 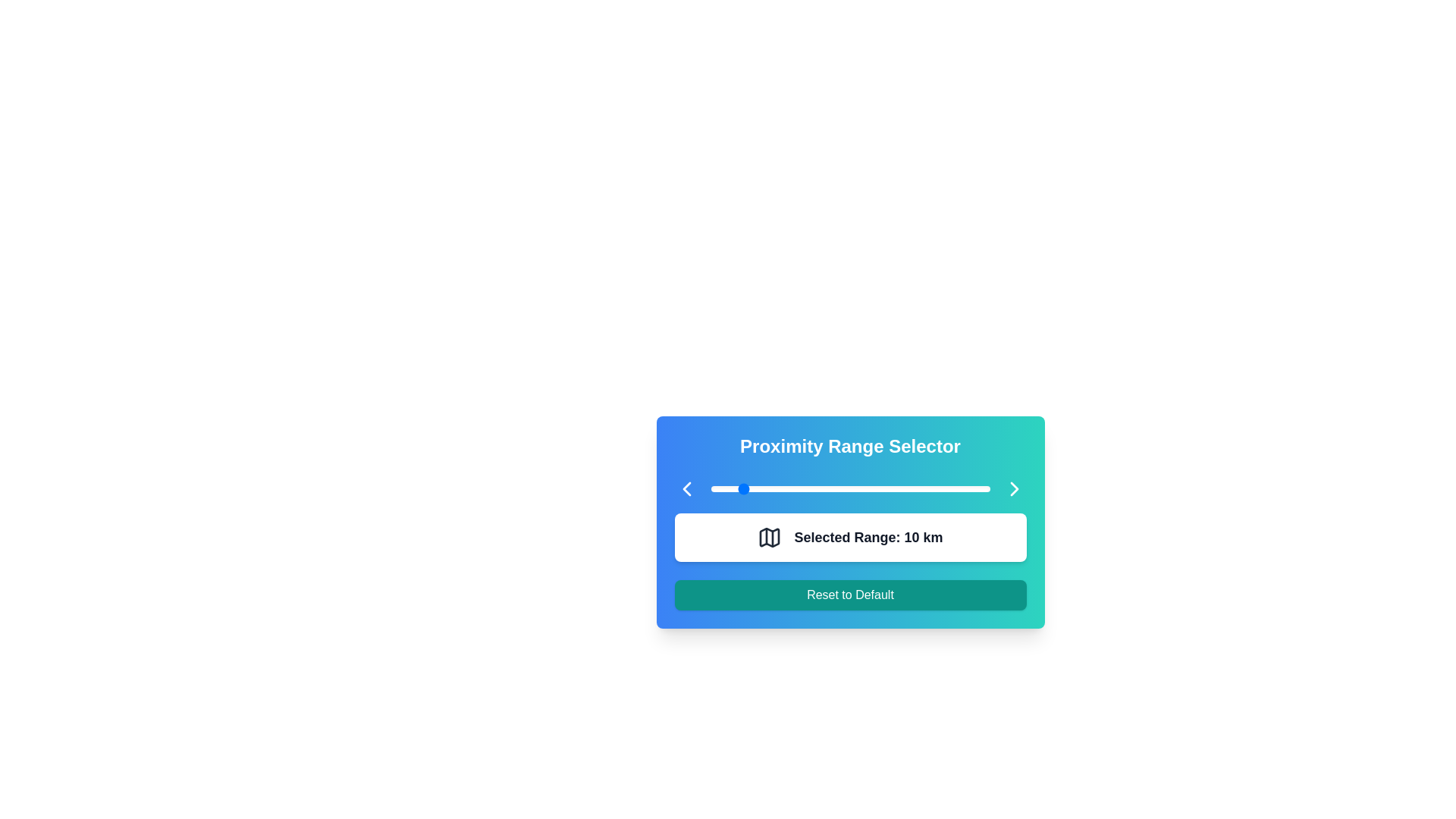 What do you see at coordinates (861, 488) in the screenshot?
I see `the proximity range` at bounding box center [861, 488].